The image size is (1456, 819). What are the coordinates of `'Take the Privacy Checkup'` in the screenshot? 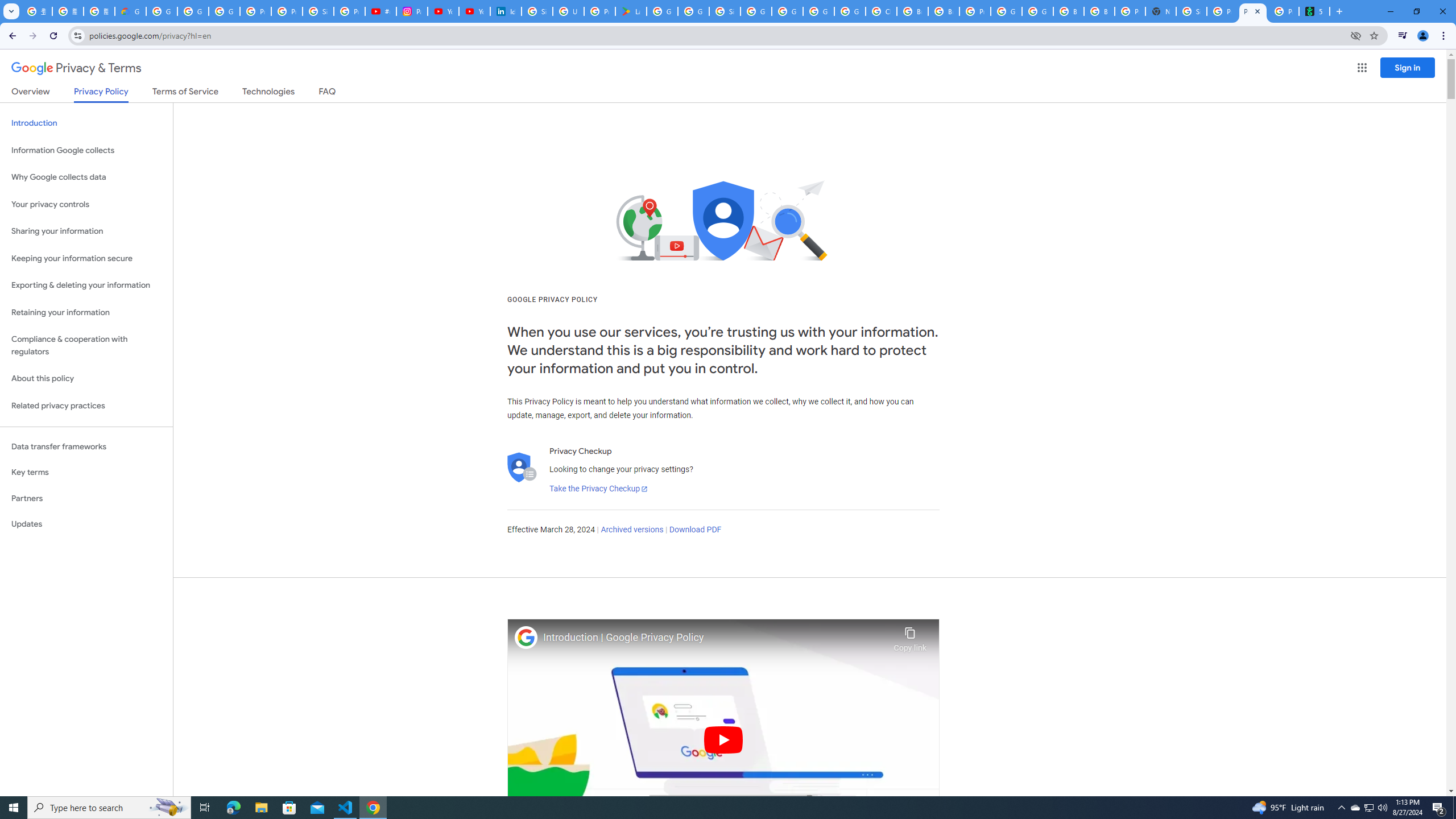 It's located at (598, 488).